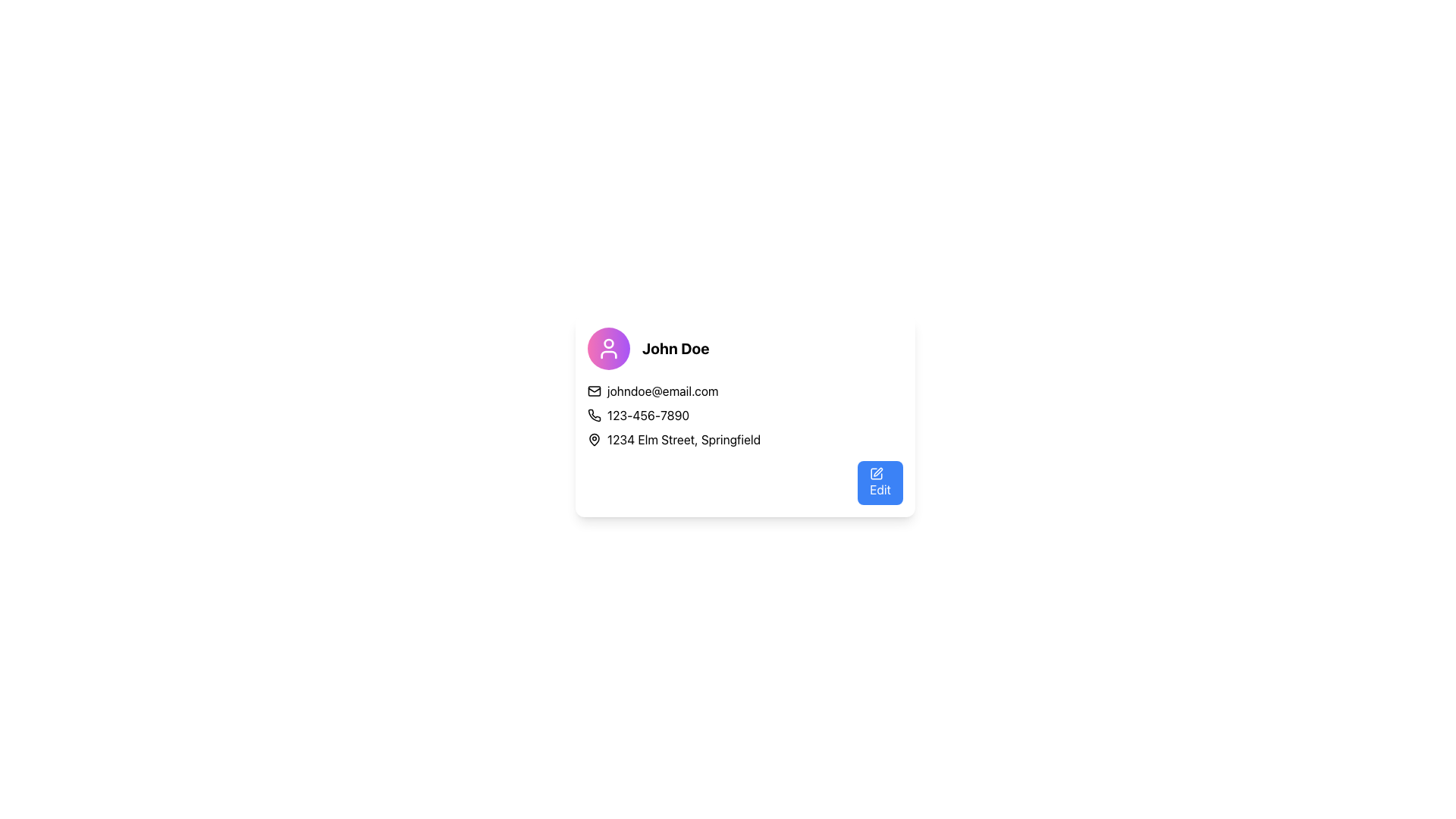  What do you see at coordinates (880, 482) in the screenshot?
I see `the edit button located at the bottom-right corner of the user information card to initiate an editing action` at bounding box center [880, 482].